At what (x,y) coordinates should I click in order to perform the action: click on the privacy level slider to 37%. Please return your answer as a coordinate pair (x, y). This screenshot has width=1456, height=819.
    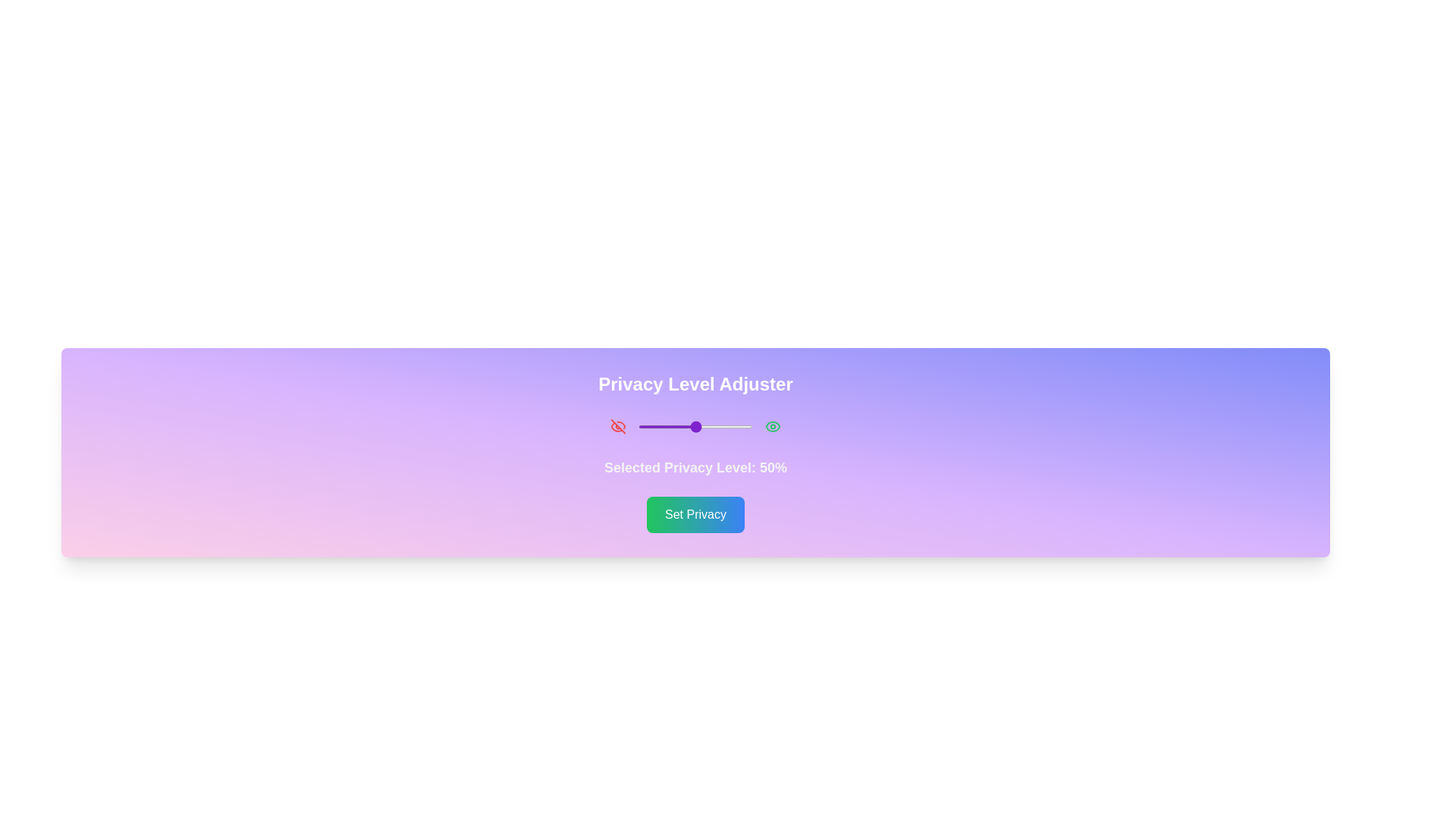
    Looking at the image, I should click on (679, 427).